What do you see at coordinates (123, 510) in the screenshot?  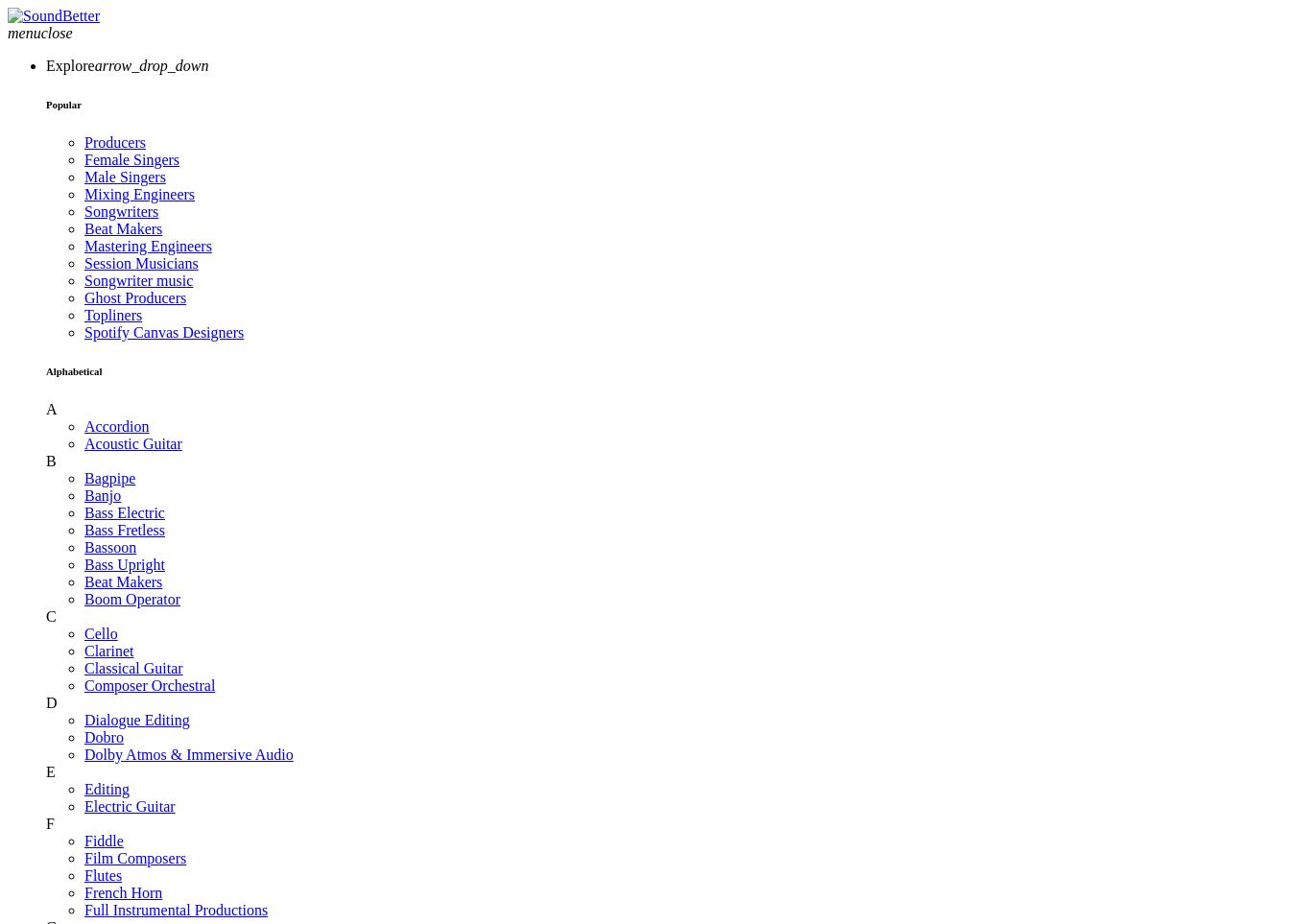 I see `'Bass Electric'` at bounding box center [123, 510].